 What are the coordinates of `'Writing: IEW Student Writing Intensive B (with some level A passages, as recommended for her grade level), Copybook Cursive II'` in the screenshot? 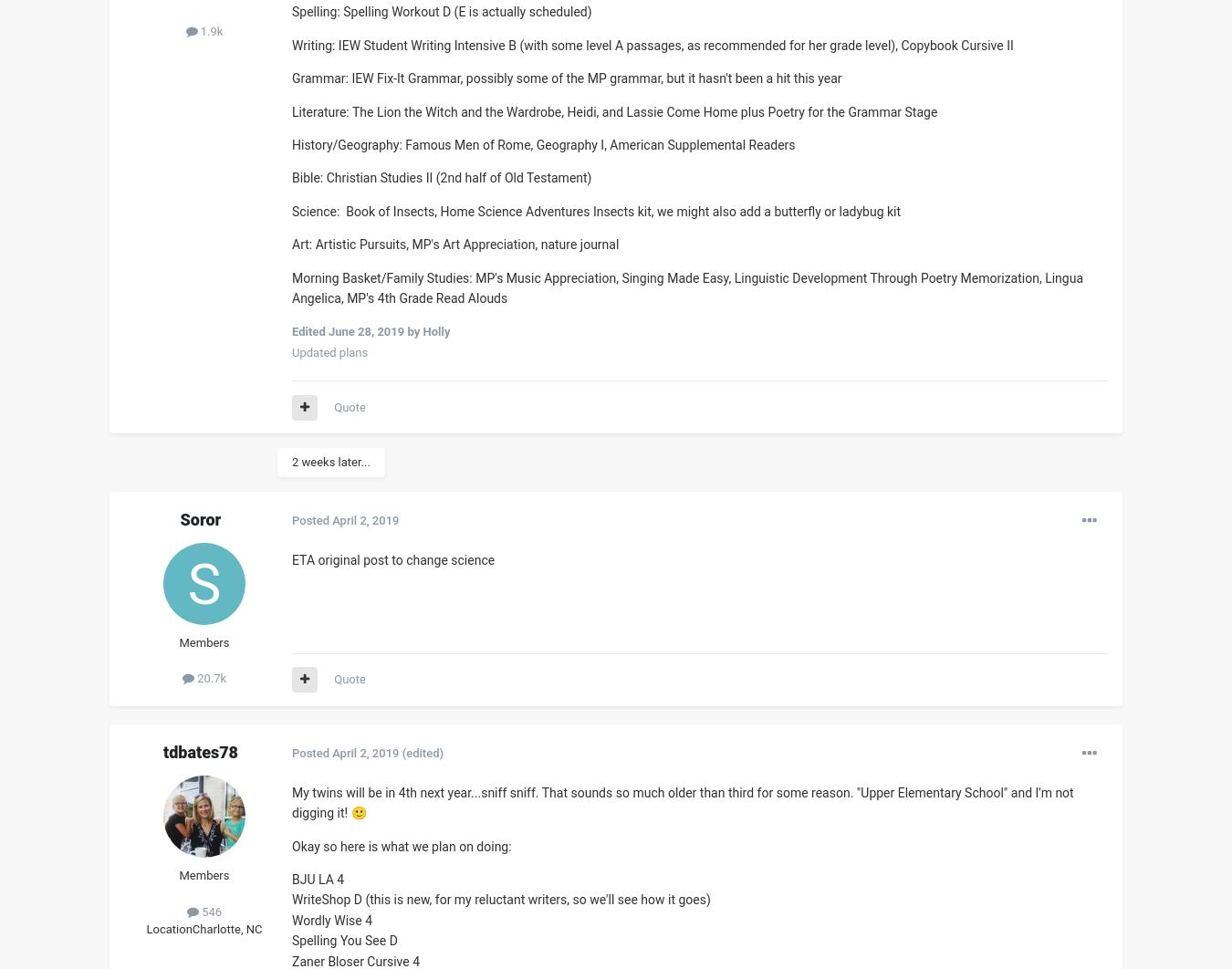 It's located at (651, 44).